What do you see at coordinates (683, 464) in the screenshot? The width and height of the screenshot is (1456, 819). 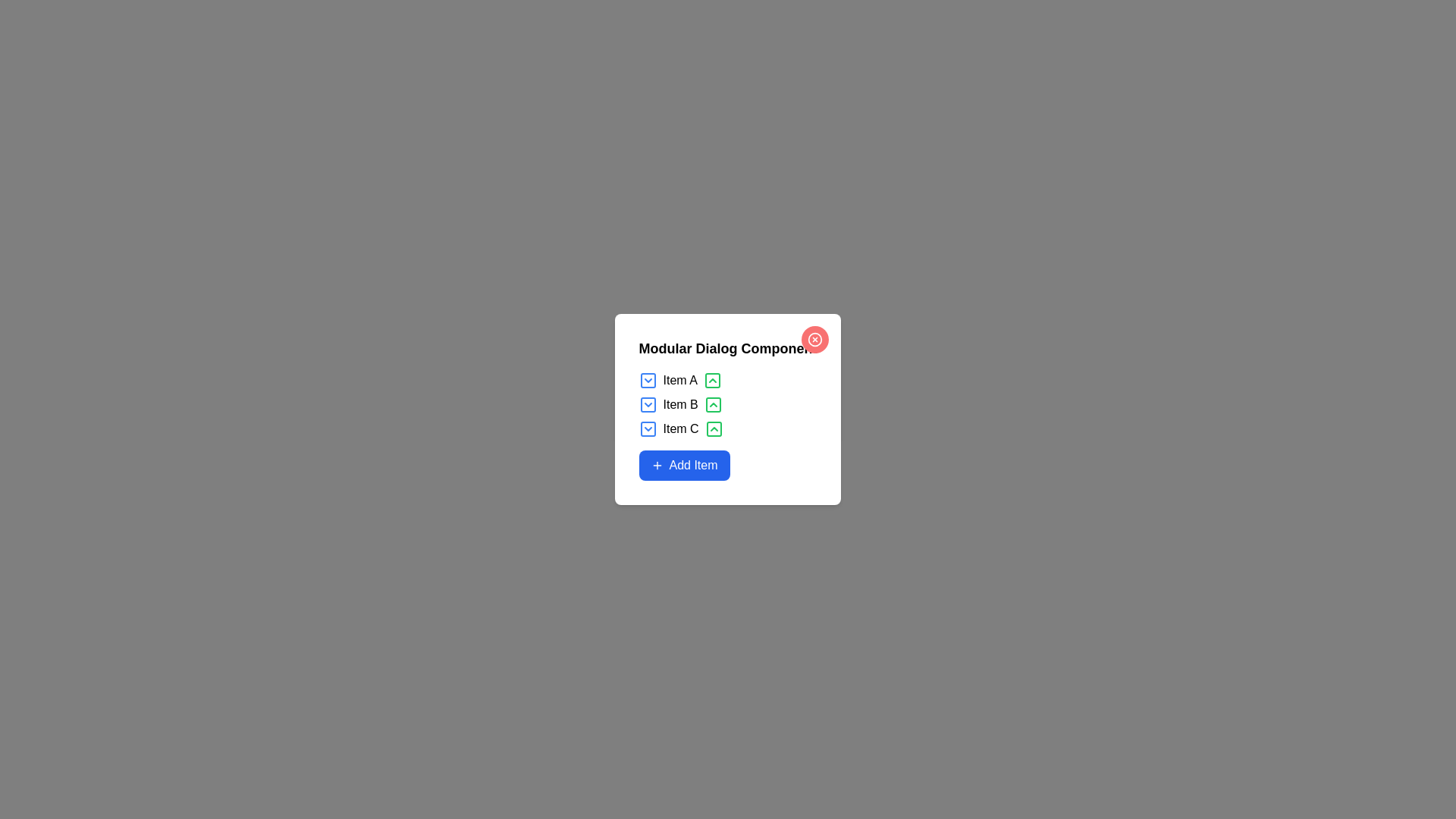 I see `the 'Add Item' button to add a new item to the list` at bounding box center [683, 464].